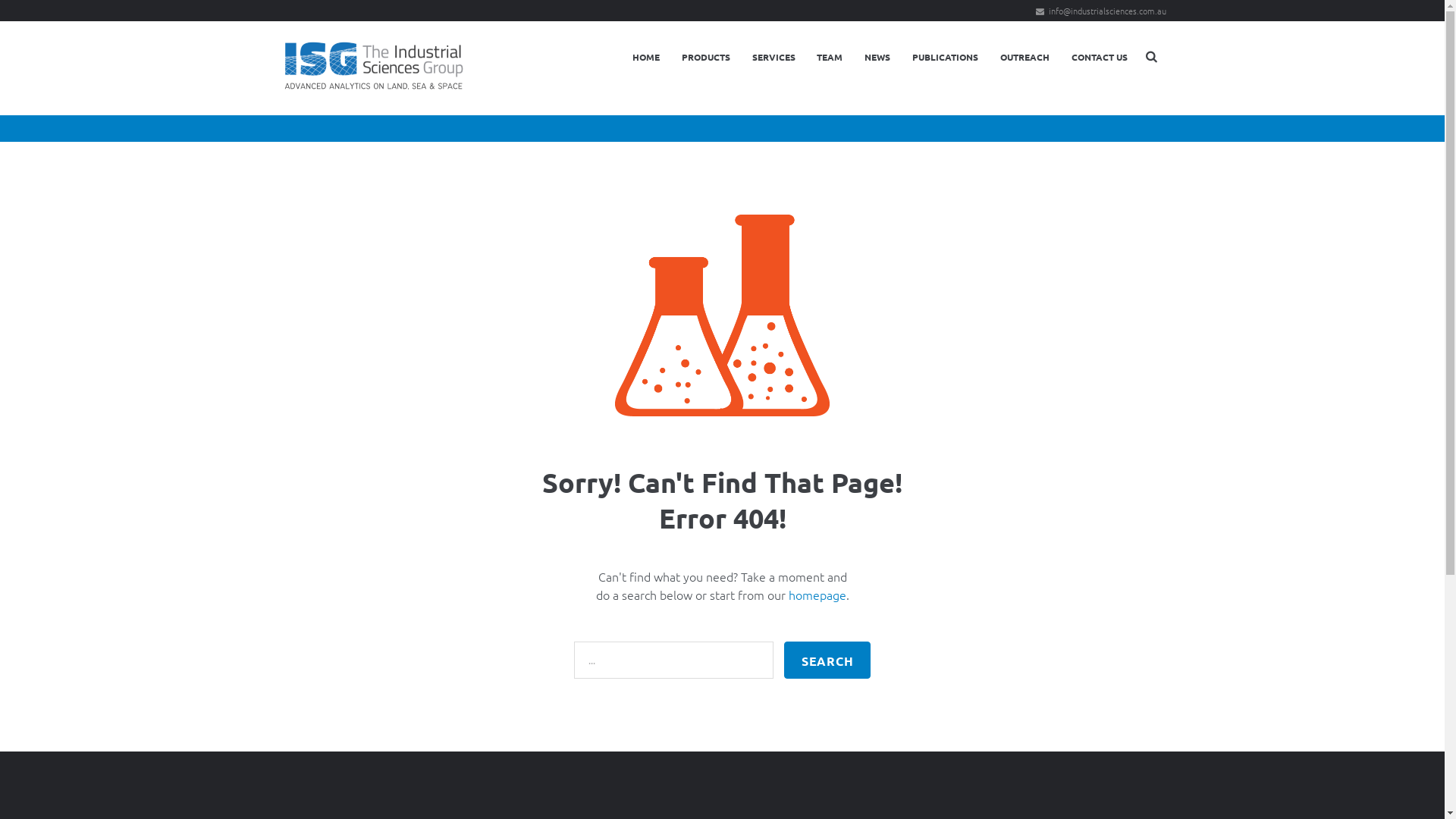  I want to click on 'Start search', so click(826, 659).